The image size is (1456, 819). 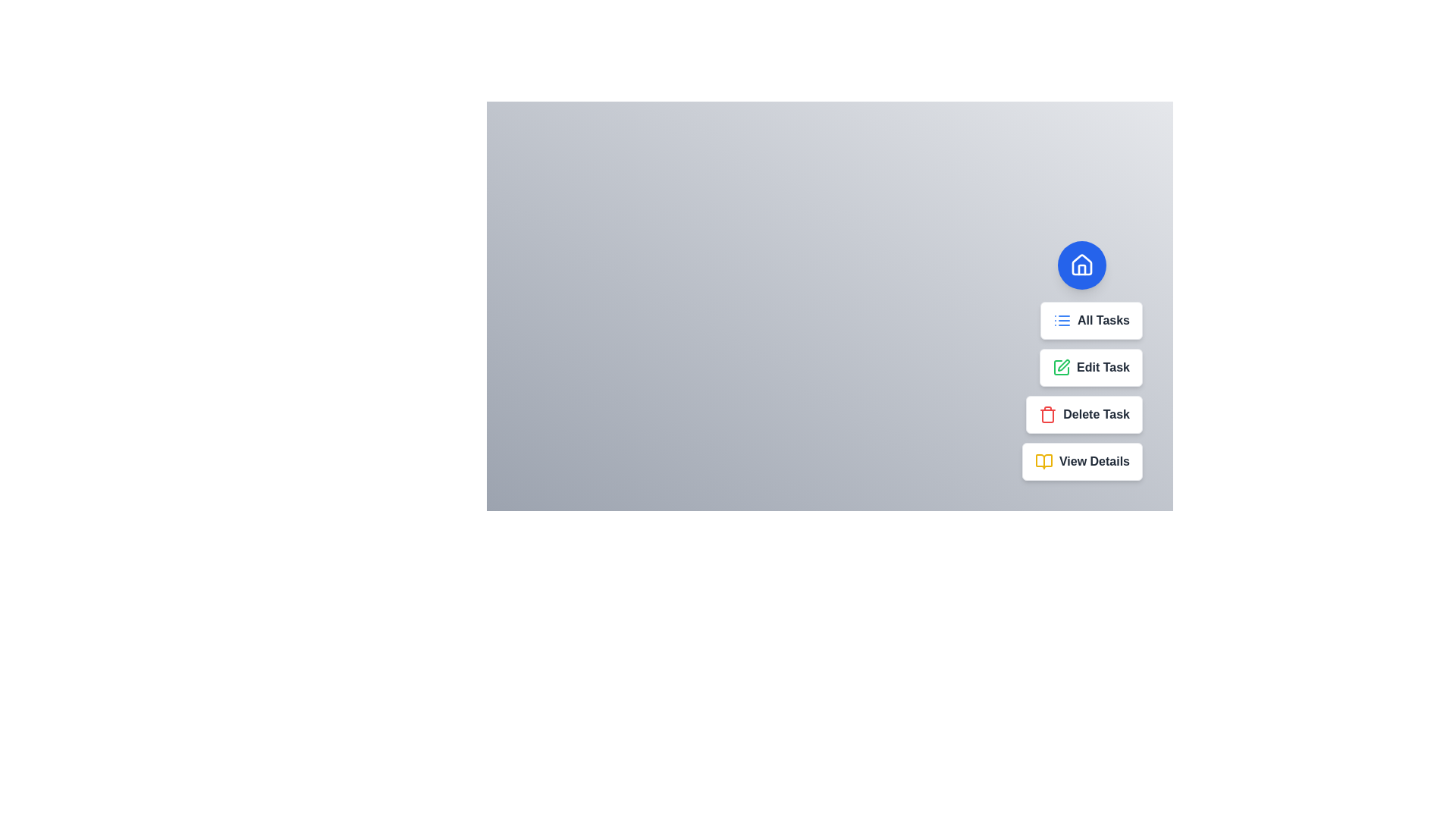 I want to click on the task option Delete Task from the speed dial menu, so click(x=1084, y=415).